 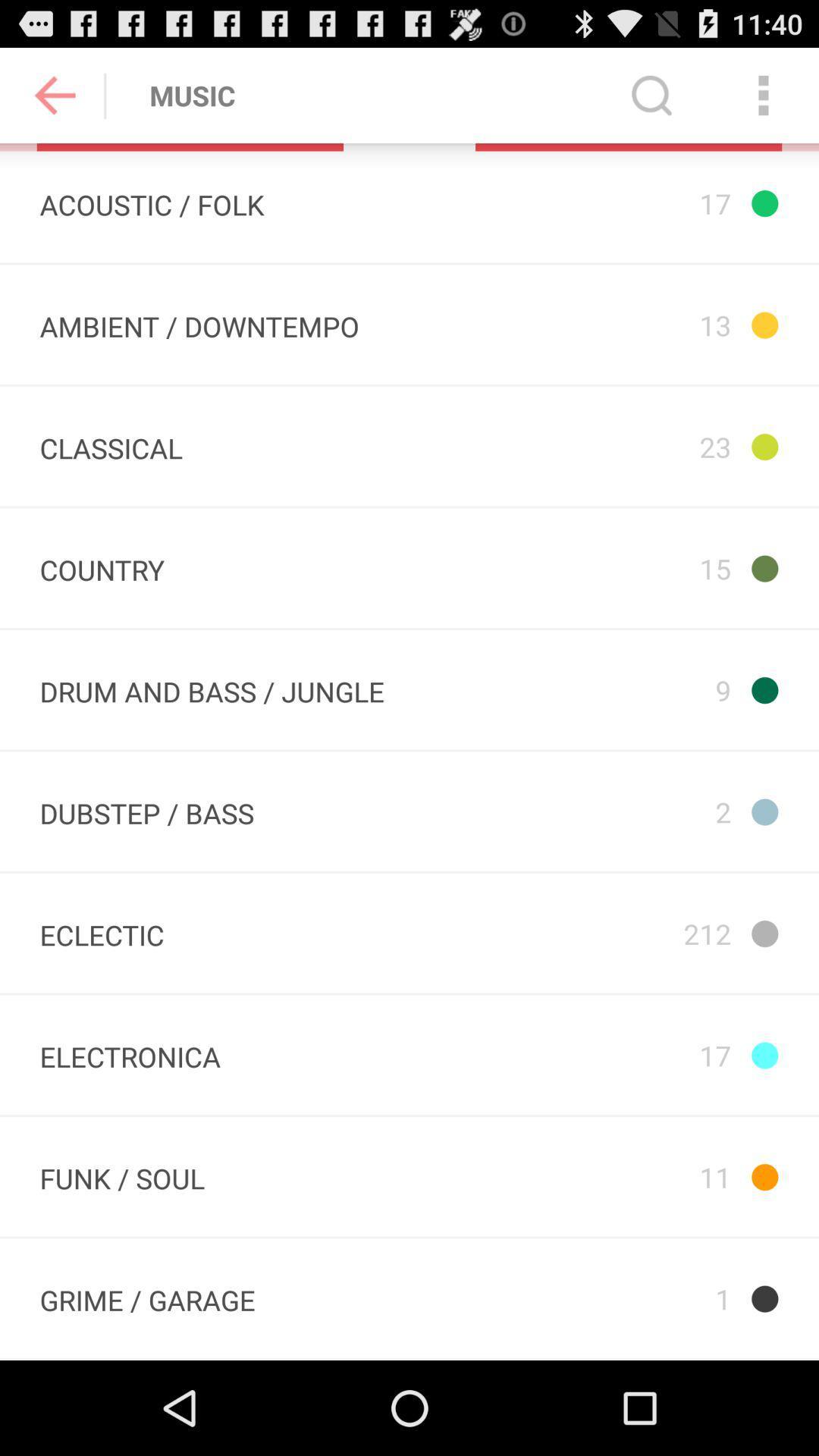 What do you see at coordinates (129, 1054) in the screenshot?
I see `the icon next to the 212 icon` at bounding box center [129, 1054].